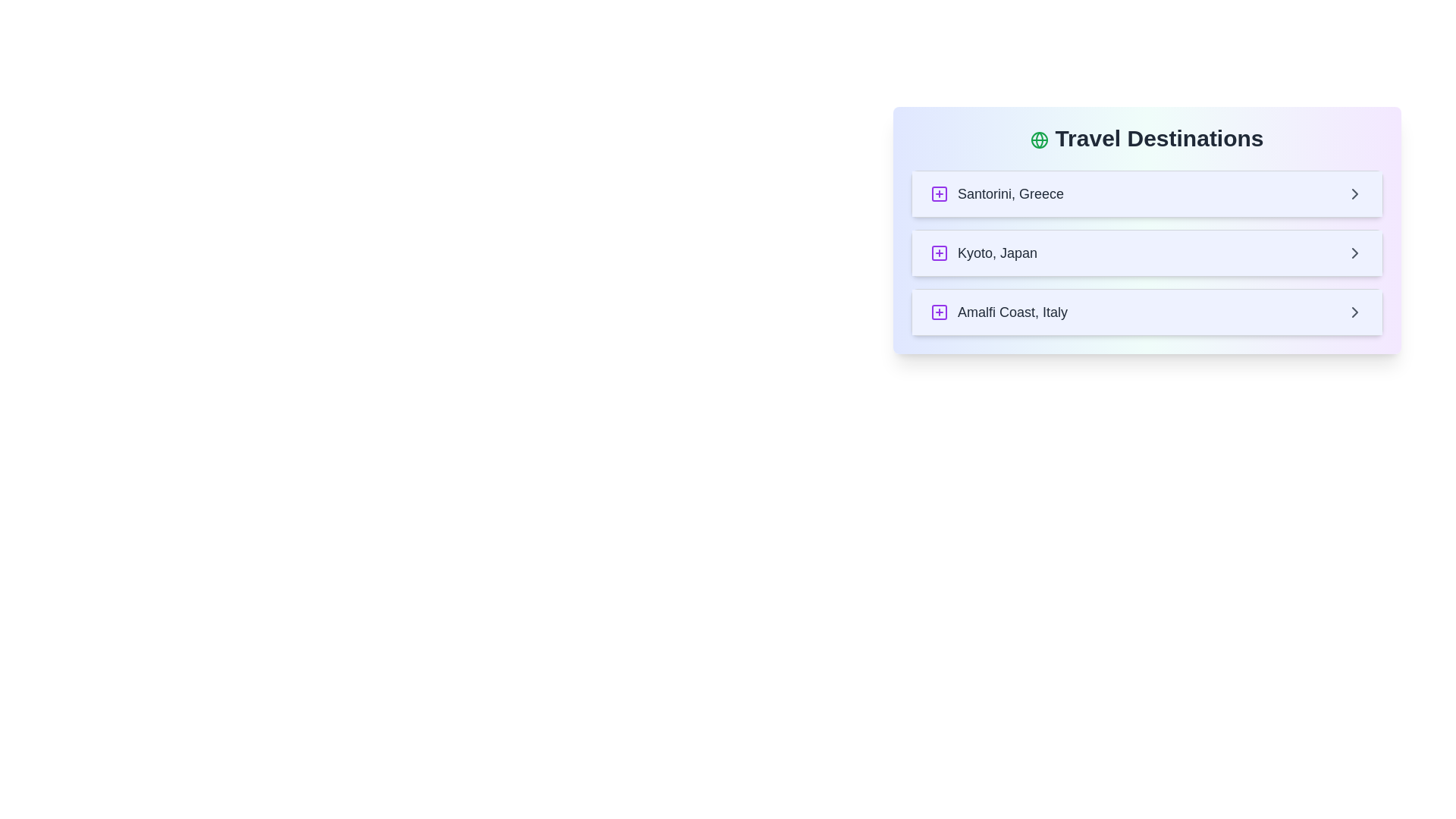 The width and height of the screenshot is (1456, 819). Describe the element at coordinates (1147, 312) in the screenshot. I see `the third list item under 'Travel Destinations' that provides access to details about 'Amalfi Coast, Italy'` at that location.